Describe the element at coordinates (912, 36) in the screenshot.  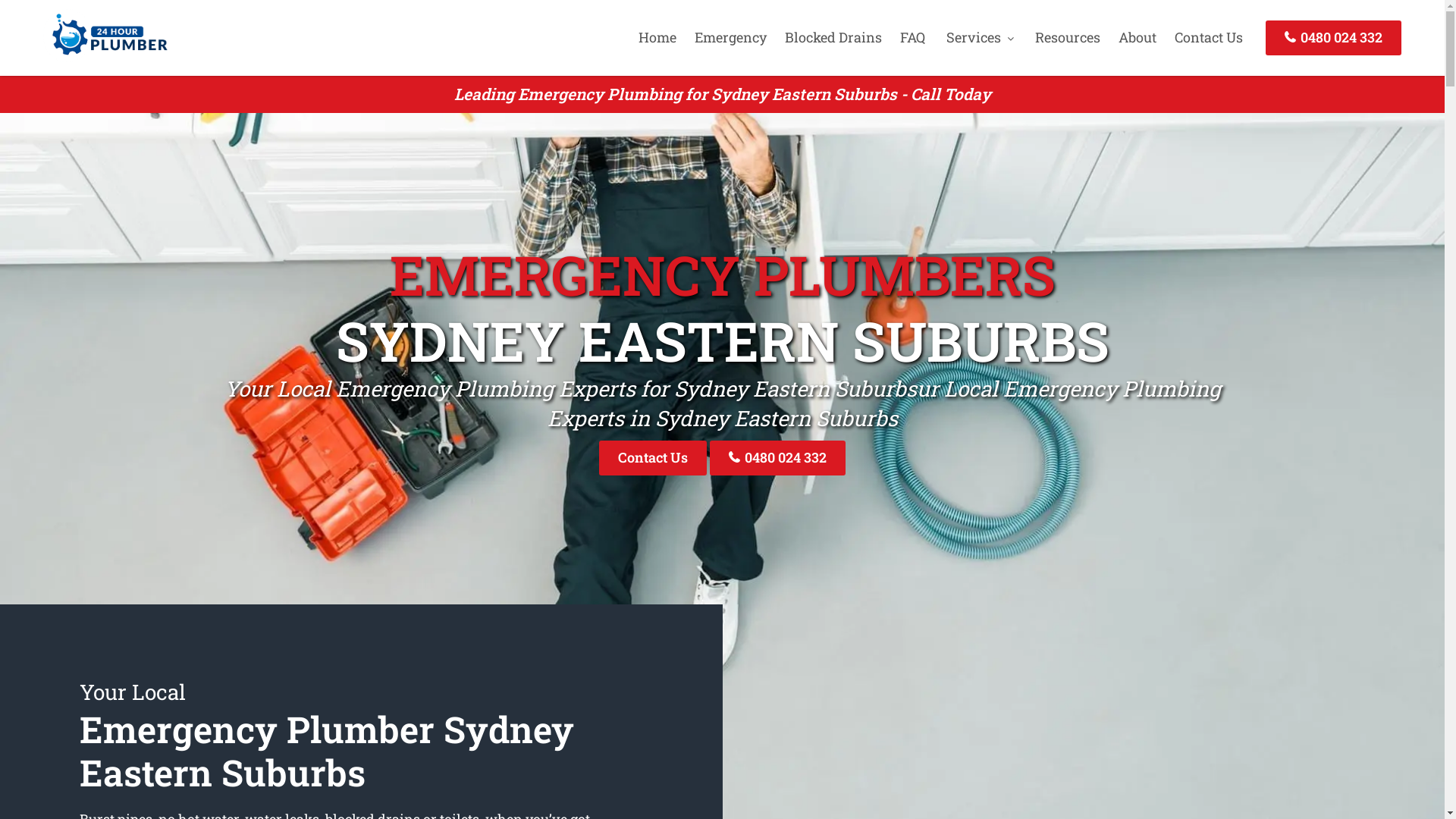
I see `'FAQ'` at that location.